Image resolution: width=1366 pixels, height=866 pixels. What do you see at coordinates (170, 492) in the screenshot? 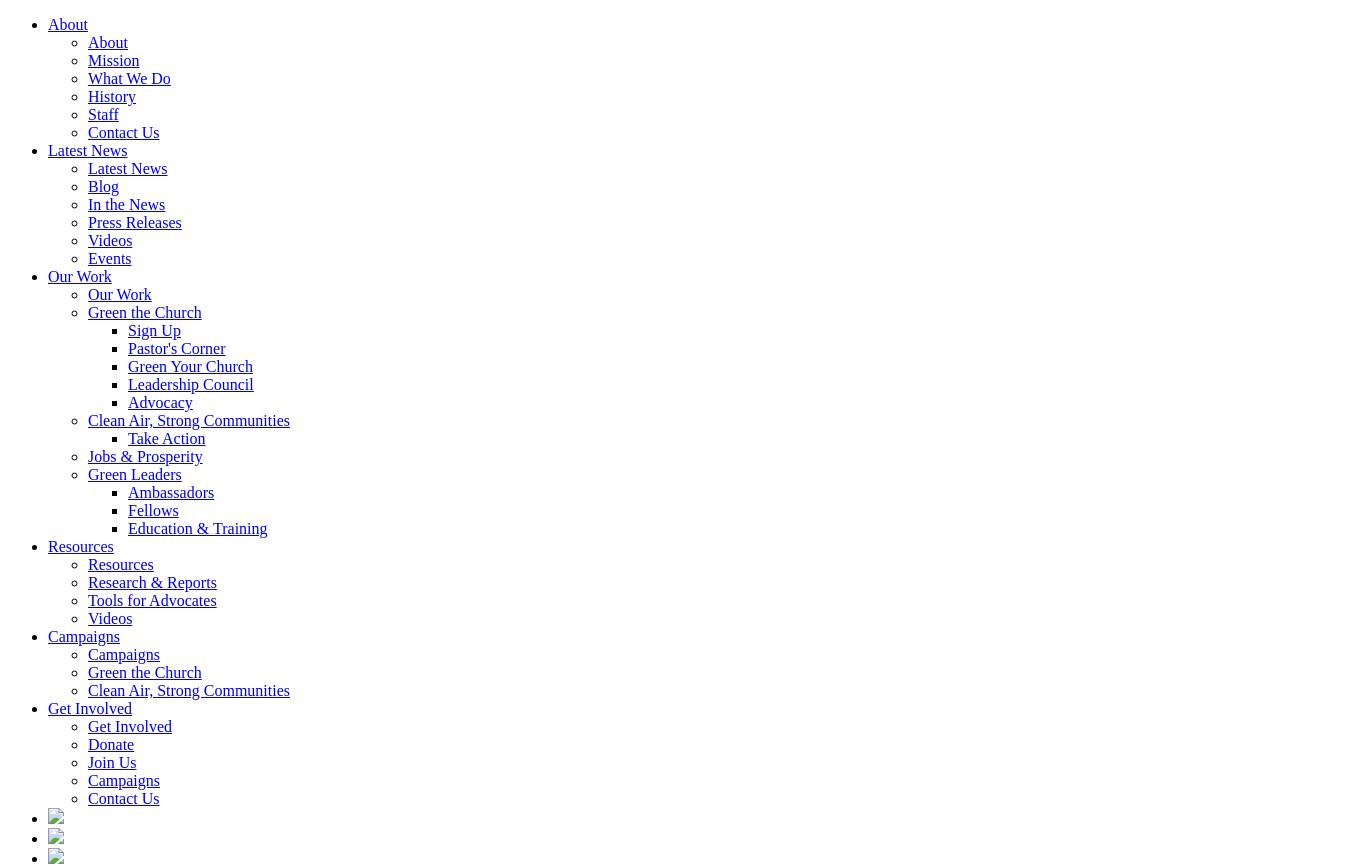
I see `'Ambassadors'` at bounding box center [170, 492].